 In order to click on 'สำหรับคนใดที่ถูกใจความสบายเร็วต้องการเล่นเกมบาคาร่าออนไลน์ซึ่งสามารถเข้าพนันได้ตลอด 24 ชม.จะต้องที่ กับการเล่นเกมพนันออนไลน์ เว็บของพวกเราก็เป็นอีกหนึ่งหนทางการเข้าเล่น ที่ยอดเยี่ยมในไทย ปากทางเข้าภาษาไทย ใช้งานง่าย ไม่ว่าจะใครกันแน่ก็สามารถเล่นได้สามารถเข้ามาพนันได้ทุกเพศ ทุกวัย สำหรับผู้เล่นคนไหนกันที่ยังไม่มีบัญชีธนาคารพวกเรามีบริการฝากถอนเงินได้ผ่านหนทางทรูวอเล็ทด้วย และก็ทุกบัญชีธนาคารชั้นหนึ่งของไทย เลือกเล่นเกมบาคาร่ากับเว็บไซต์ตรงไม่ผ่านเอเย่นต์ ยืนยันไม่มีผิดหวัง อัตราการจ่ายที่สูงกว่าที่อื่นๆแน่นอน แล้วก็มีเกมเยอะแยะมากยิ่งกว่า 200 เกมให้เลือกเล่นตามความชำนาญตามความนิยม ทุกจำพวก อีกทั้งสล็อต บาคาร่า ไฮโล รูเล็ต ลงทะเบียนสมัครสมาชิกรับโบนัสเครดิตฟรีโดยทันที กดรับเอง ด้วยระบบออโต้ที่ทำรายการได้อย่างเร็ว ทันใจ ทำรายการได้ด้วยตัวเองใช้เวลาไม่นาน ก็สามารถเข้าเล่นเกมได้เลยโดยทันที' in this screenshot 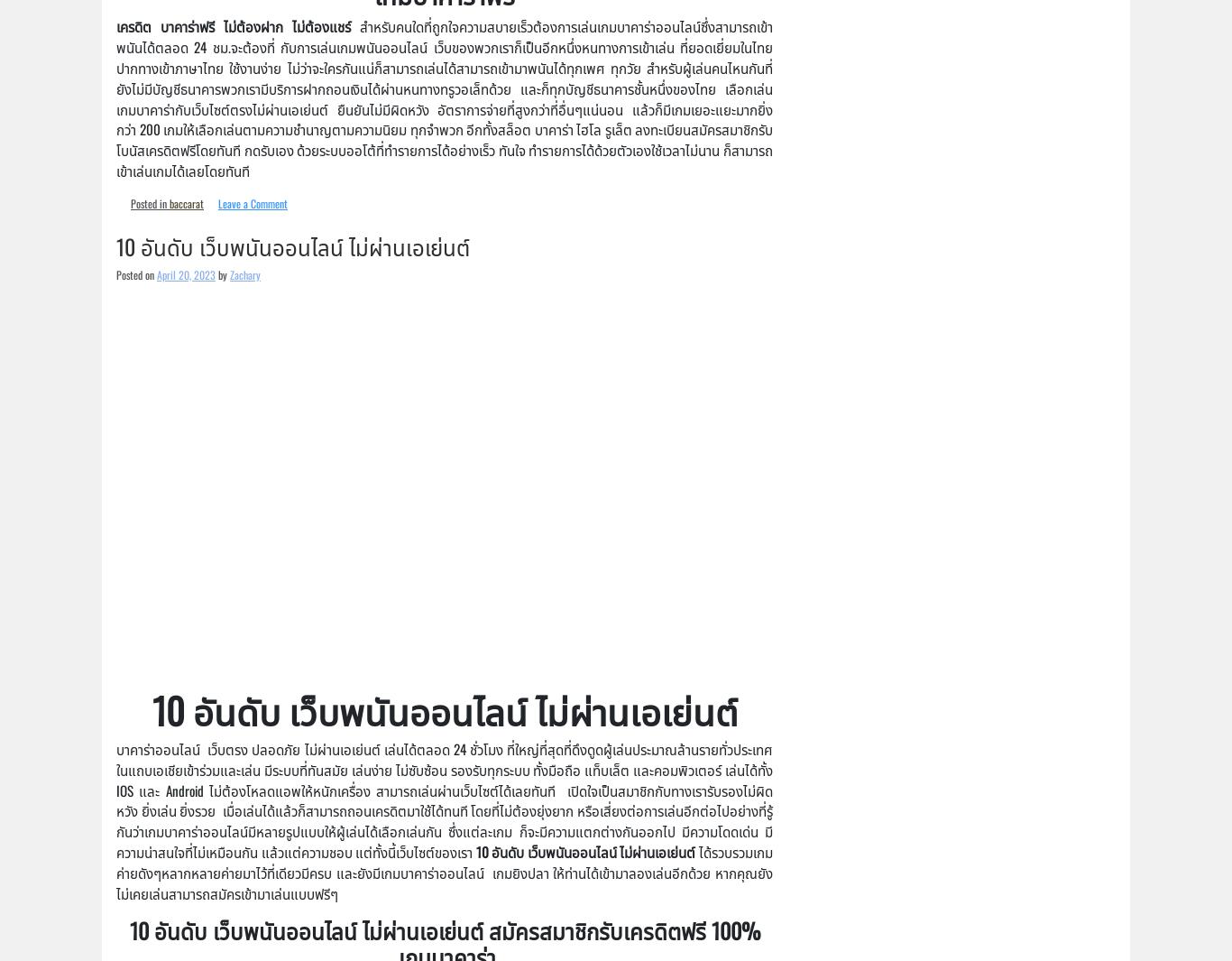, I will do `click(444, 97)`.